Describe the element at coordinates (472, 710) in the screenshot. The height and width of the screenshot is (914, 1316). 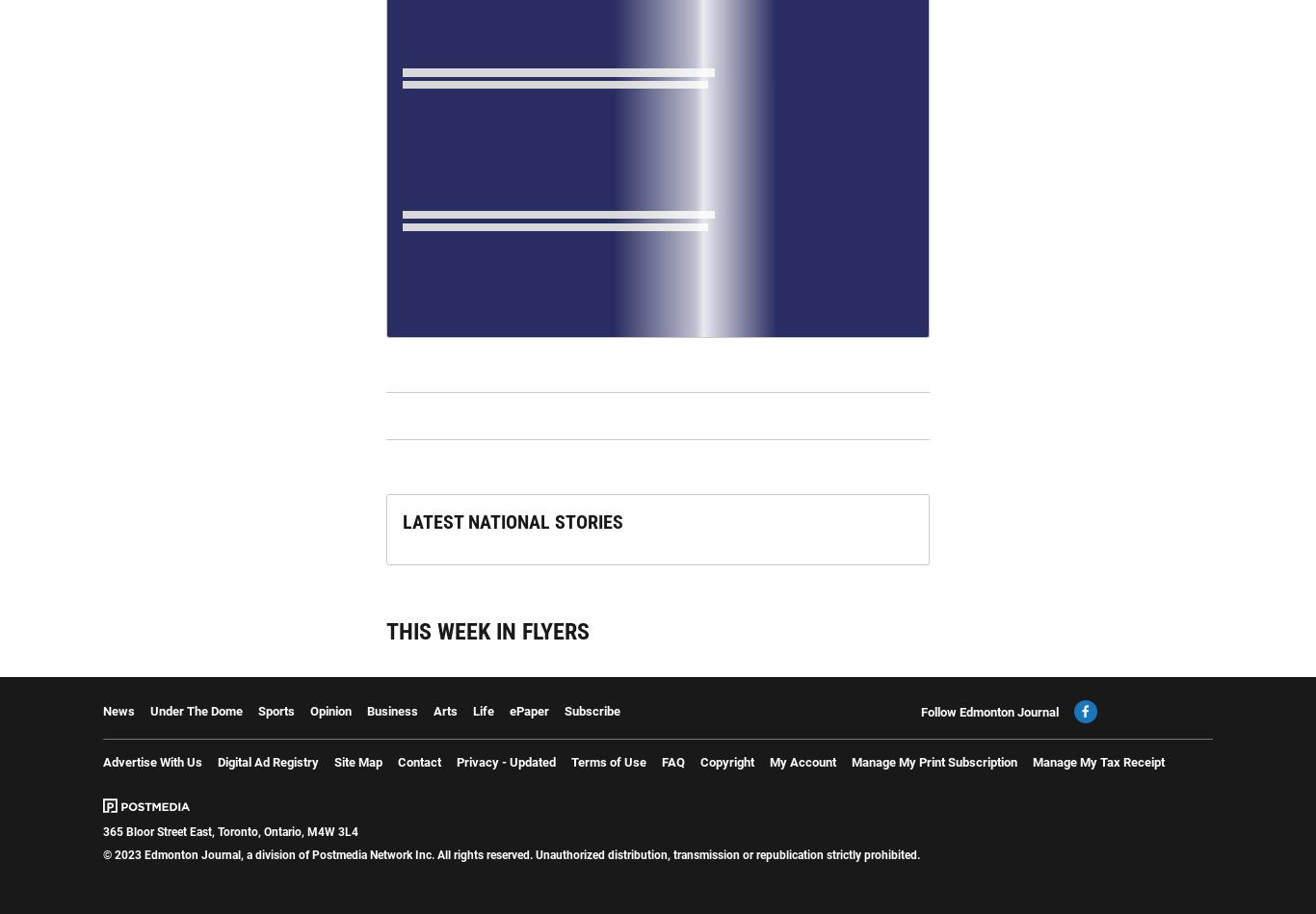
I see `'Life'` at that location.